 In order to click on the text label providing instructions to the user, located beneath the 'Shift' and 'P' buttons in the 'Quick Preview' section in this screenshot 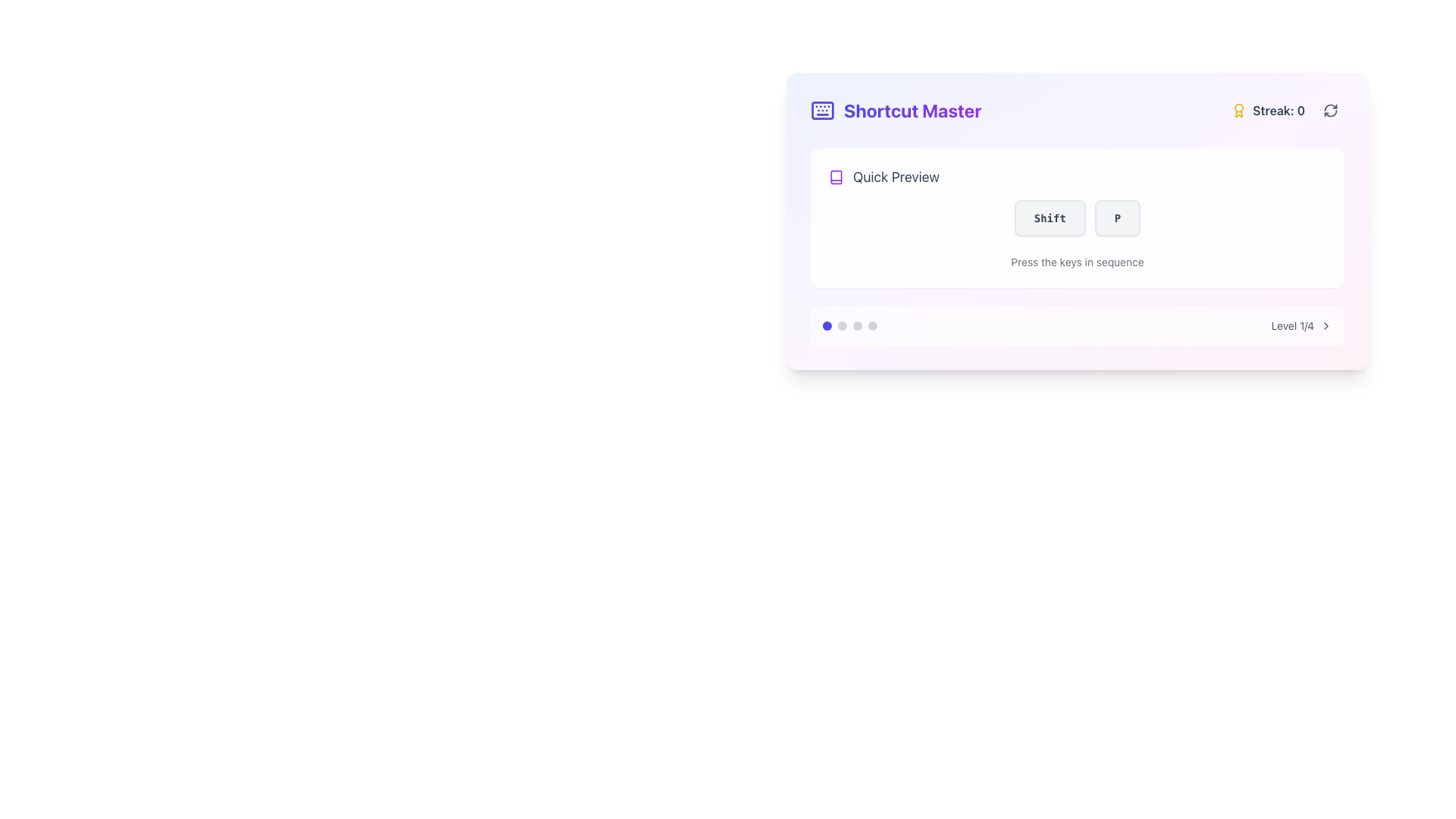, I will do `click(1076, 262)`.